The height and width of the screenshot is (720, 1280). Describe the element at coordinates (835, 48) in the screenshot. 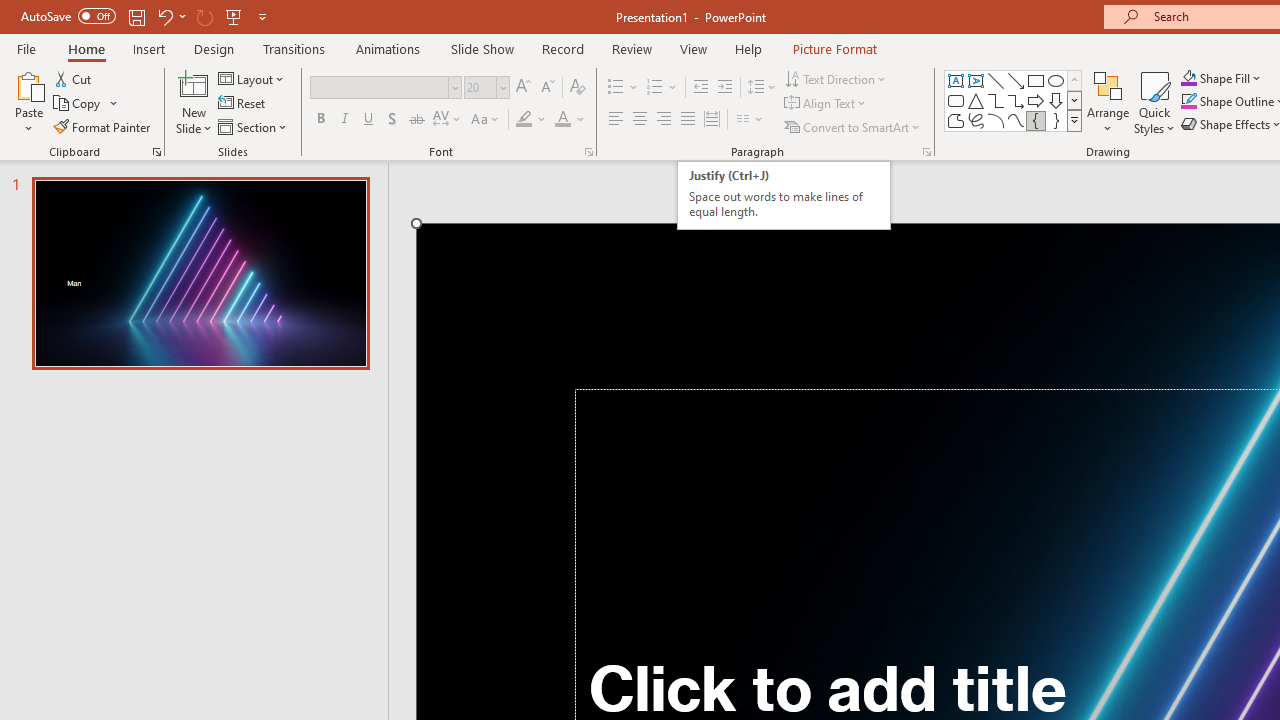

I see `'Picture Format'` at that location.